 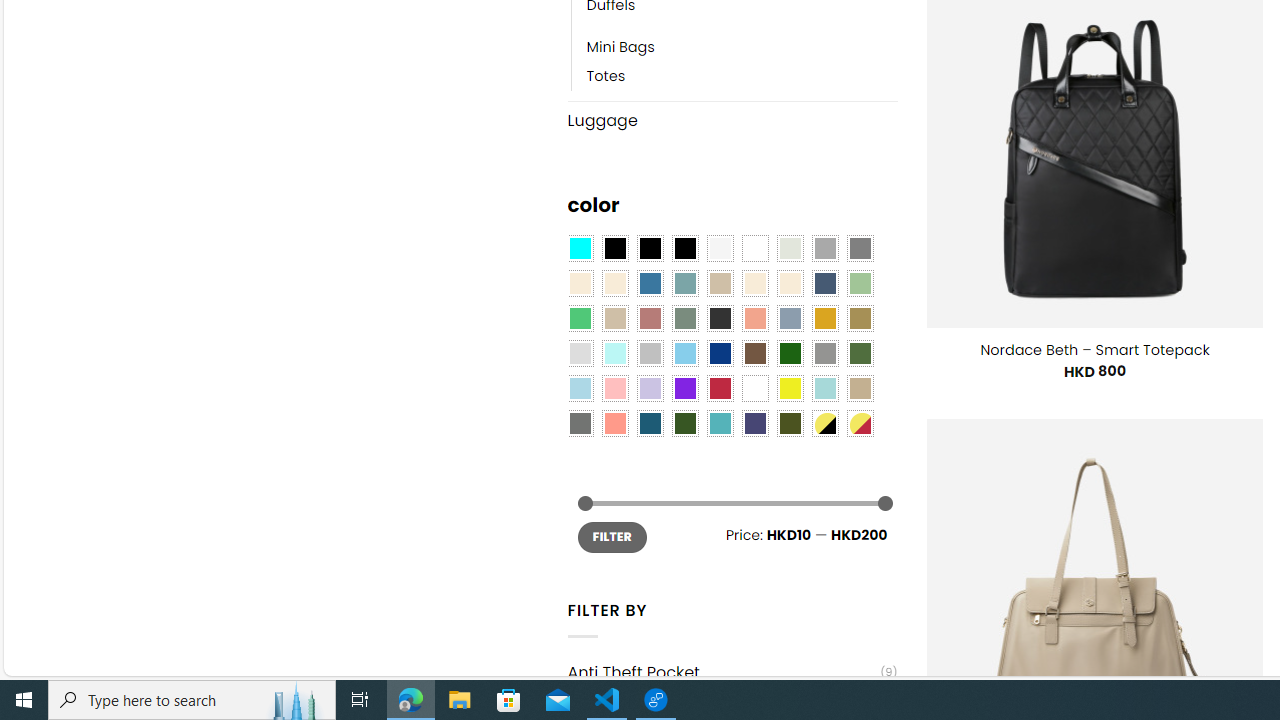 What do you see at coordinates (650, 248) in the screenshot?
I see `'Black'` at bounding box center [650, 248].